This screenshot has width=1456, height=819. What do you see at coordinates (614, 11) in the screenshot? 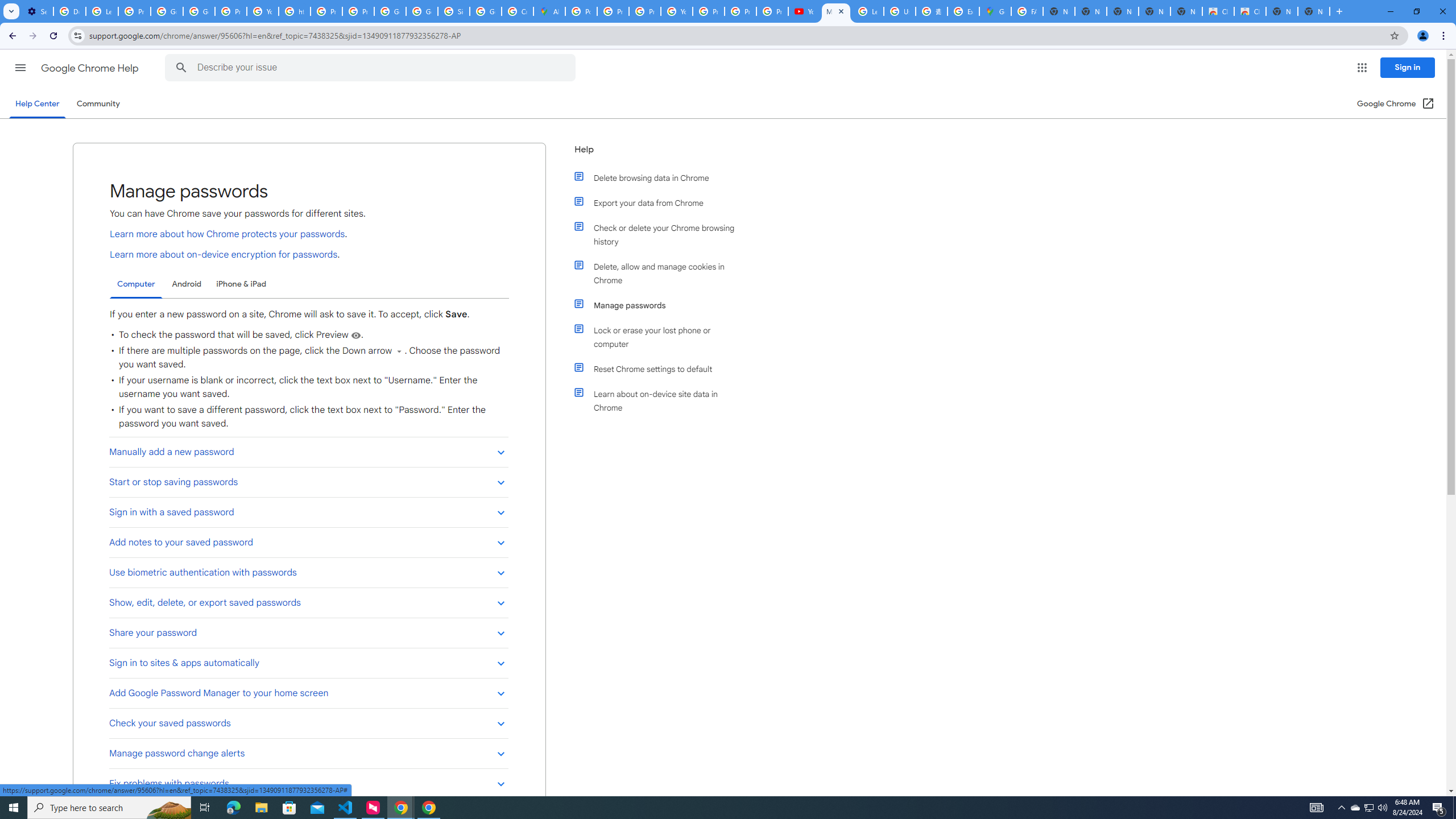
I see `'Privacy Help Center - Policies Help'` at bounding box center [614, 11].